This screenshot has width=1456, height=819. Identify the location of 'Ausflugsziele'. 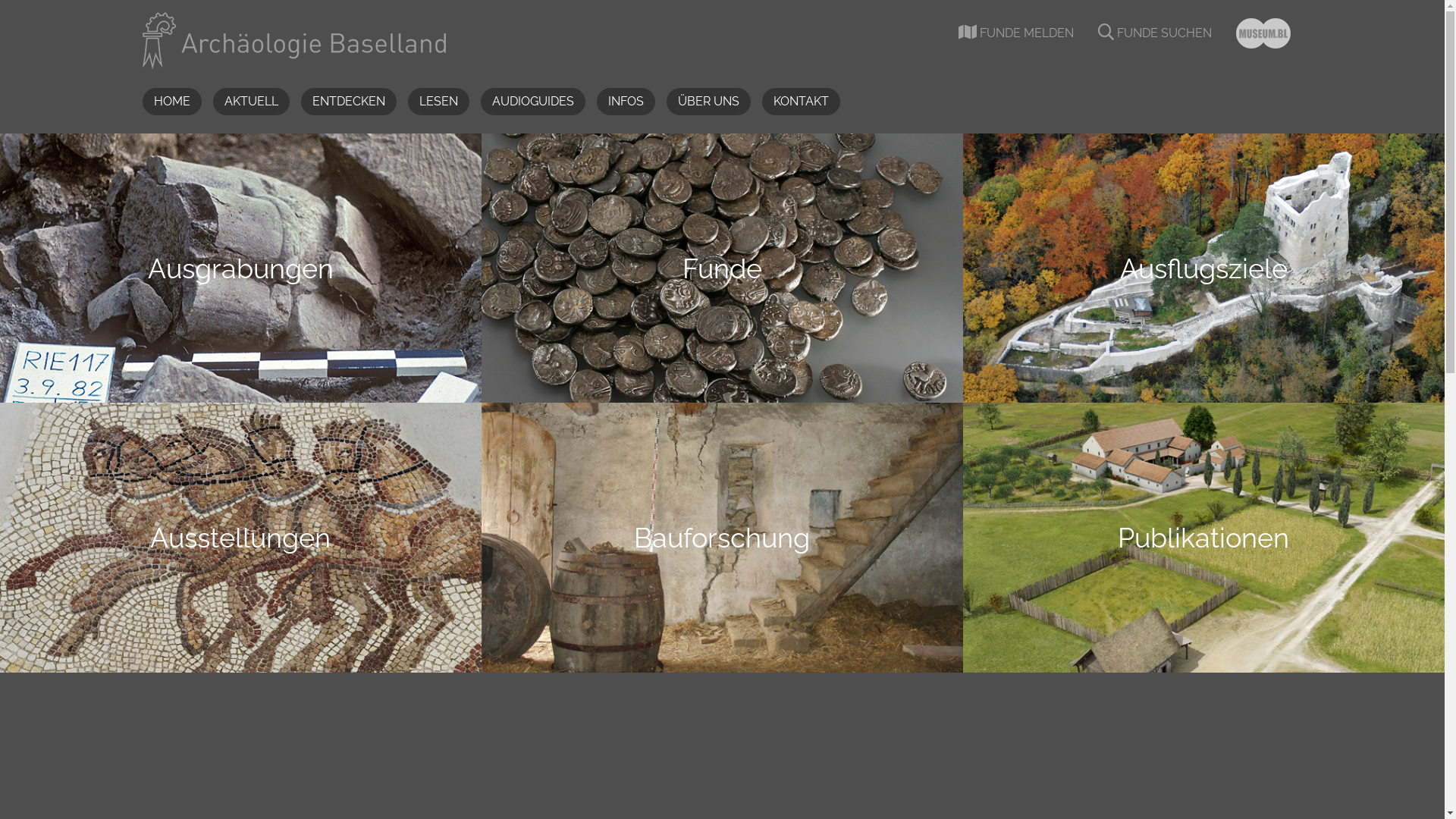
(1203, 267).